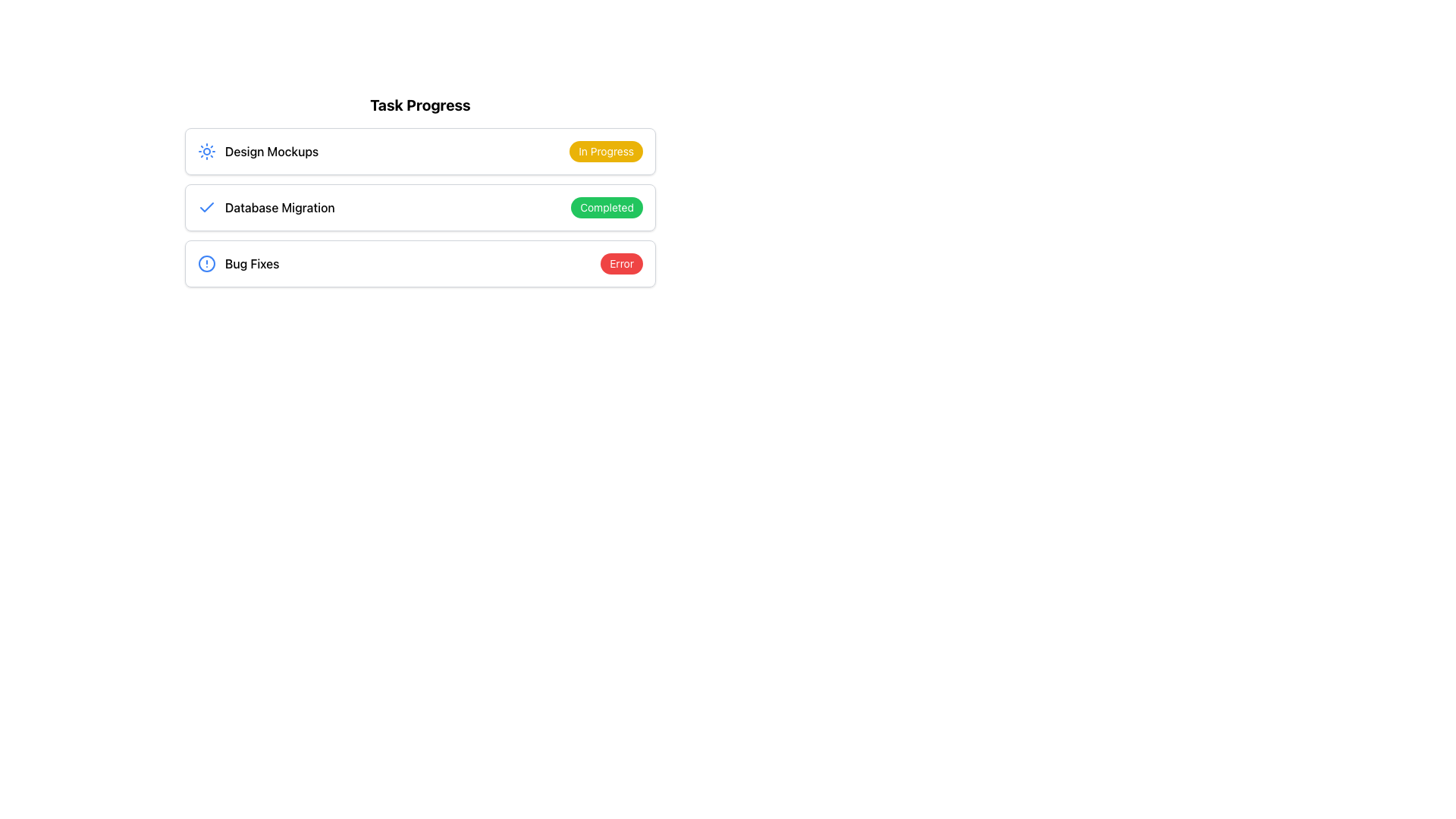  I want to click on the text label displaying 'Database Migration' with a blue checkmark icon, which indicates completion within the 'Task Progress' section, so click(266, 207).